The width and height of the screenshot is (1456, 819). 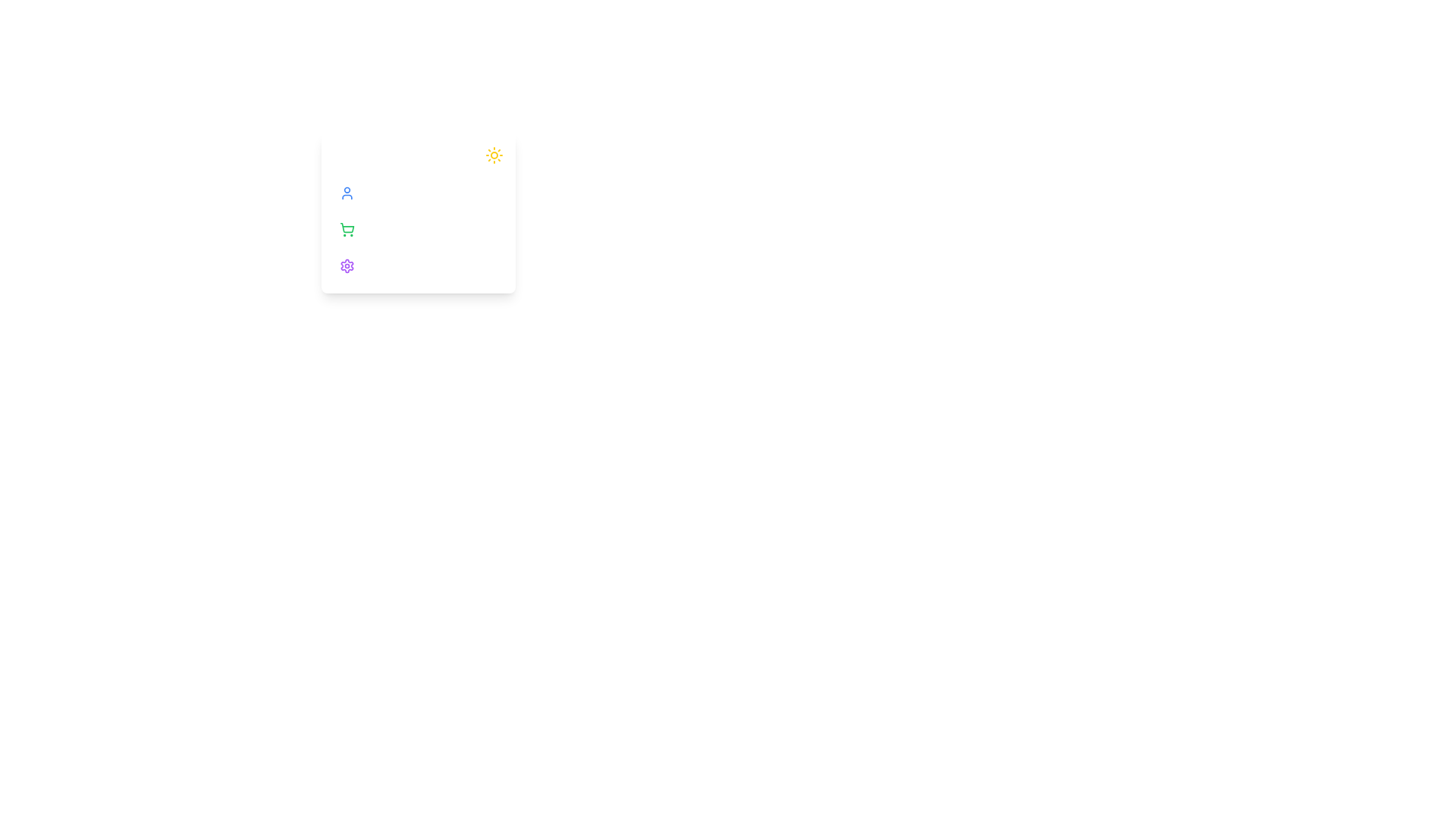 What do you see at coordinates (419, 265) in the screenshot?
I see `the sidebar option Settings` at bounding box center [419, 265].